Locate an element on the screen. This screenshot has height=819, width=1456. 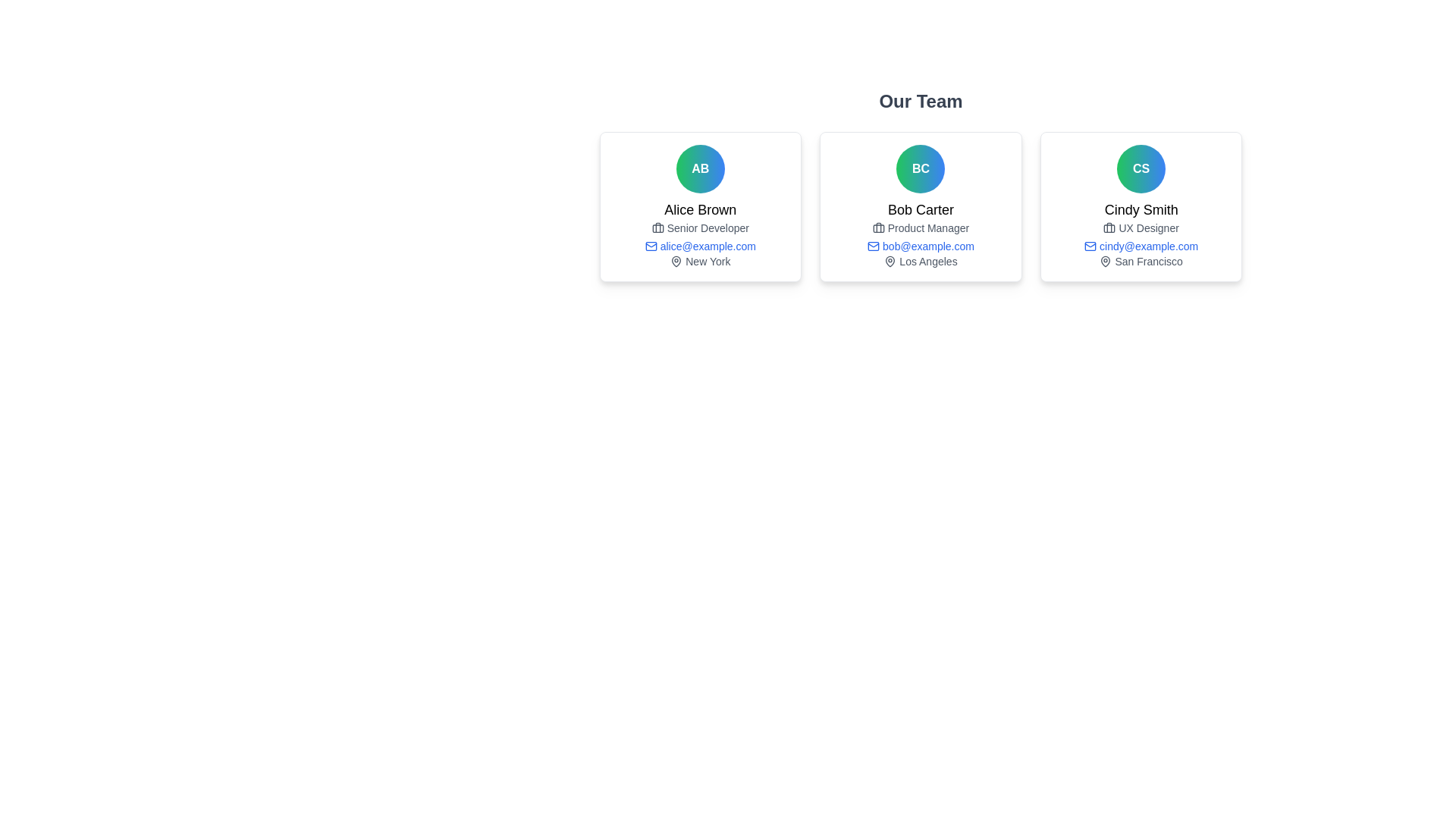
the mail icon, which is a stylized envelope symbol located next to the email text 'cindy@example.com' under the name Cindy Smith in the contact card is located at coordinates (1090, 245).